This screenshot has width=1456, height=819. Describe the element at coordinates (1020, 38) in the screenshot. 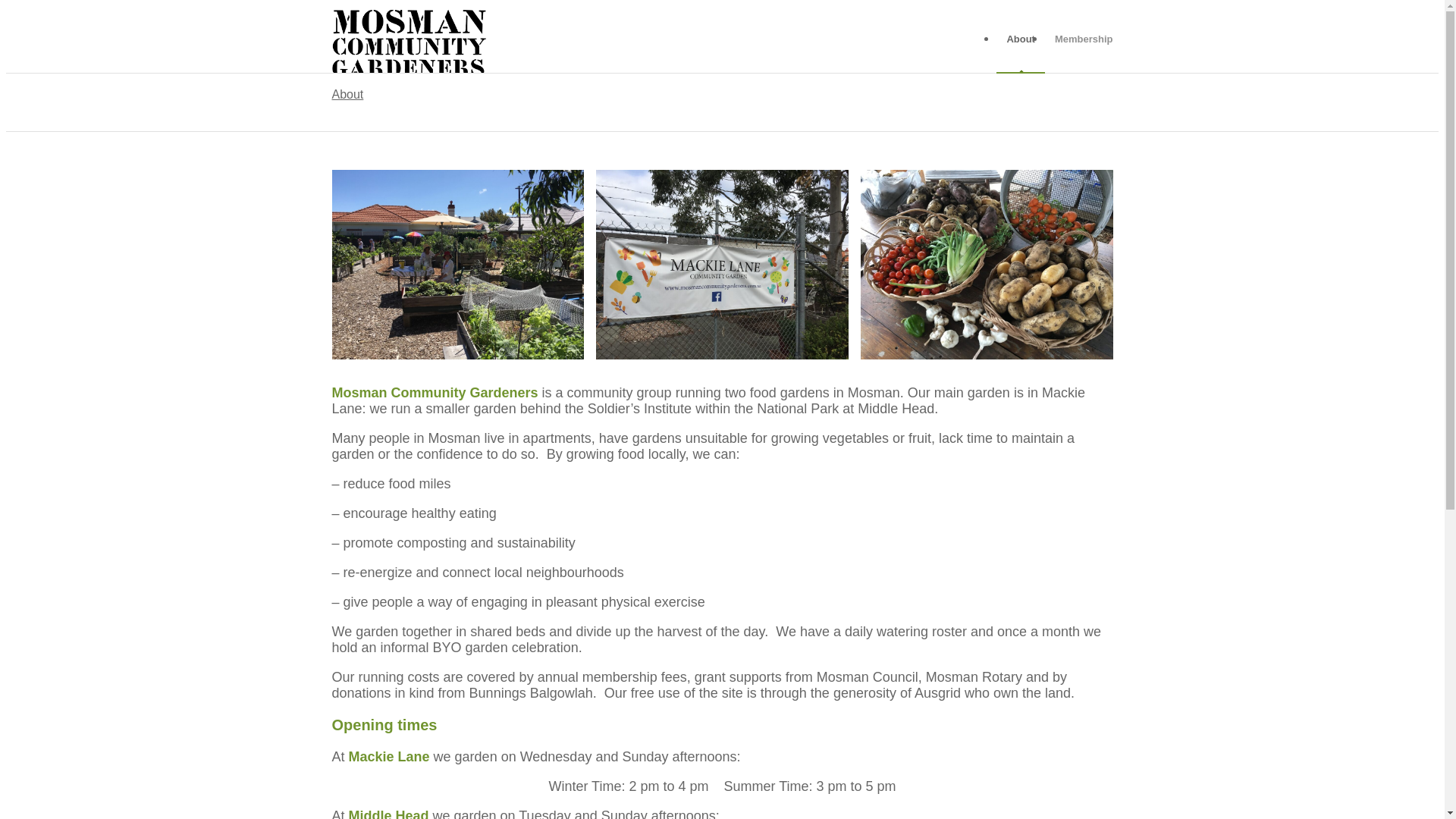

I see `'About'` at that location.